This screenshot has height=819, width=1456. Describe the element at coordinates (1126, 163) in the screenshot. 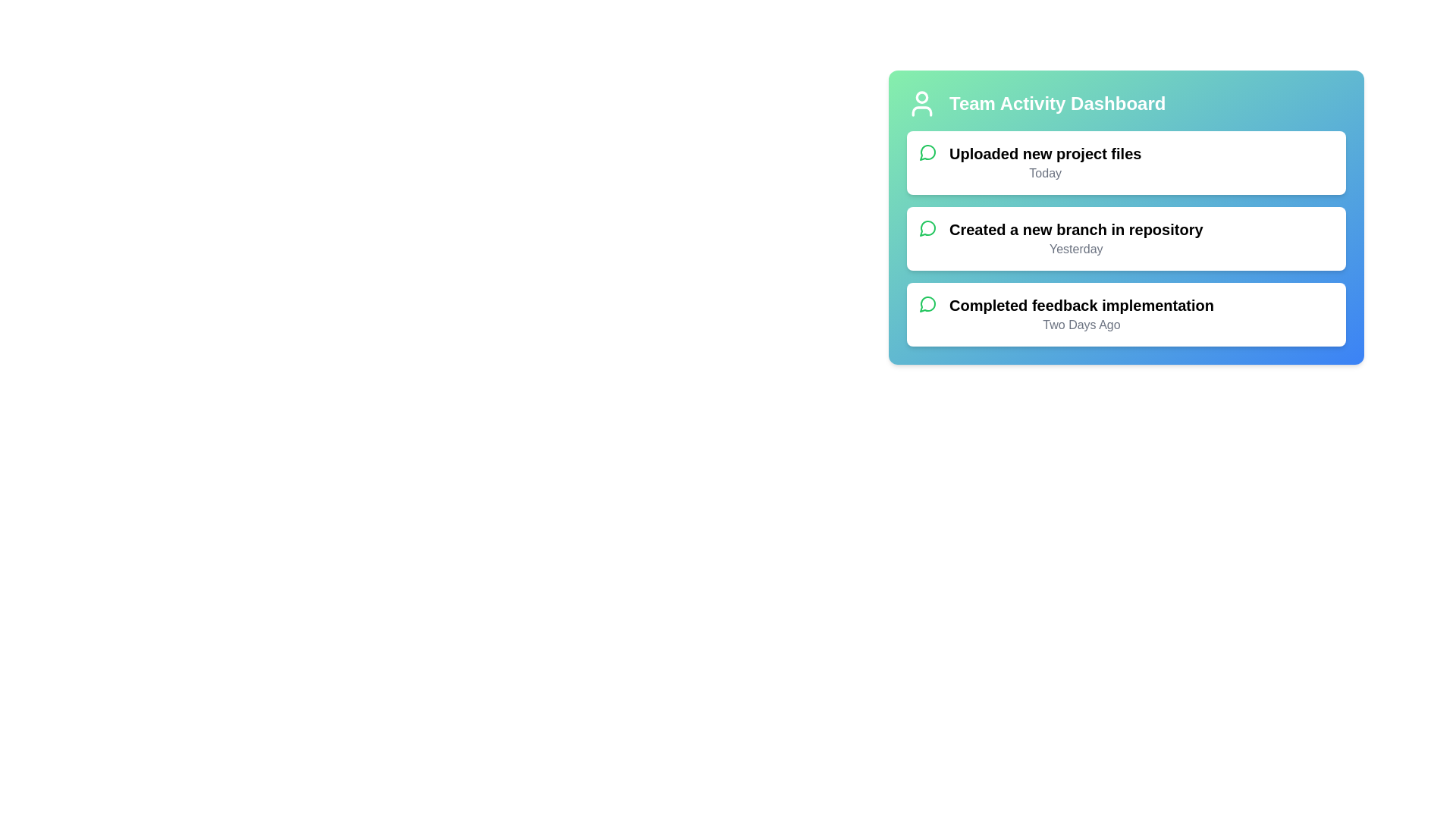

I see `the activity card labeled 'Uploaded new project files' to observe hover effects` at that location.